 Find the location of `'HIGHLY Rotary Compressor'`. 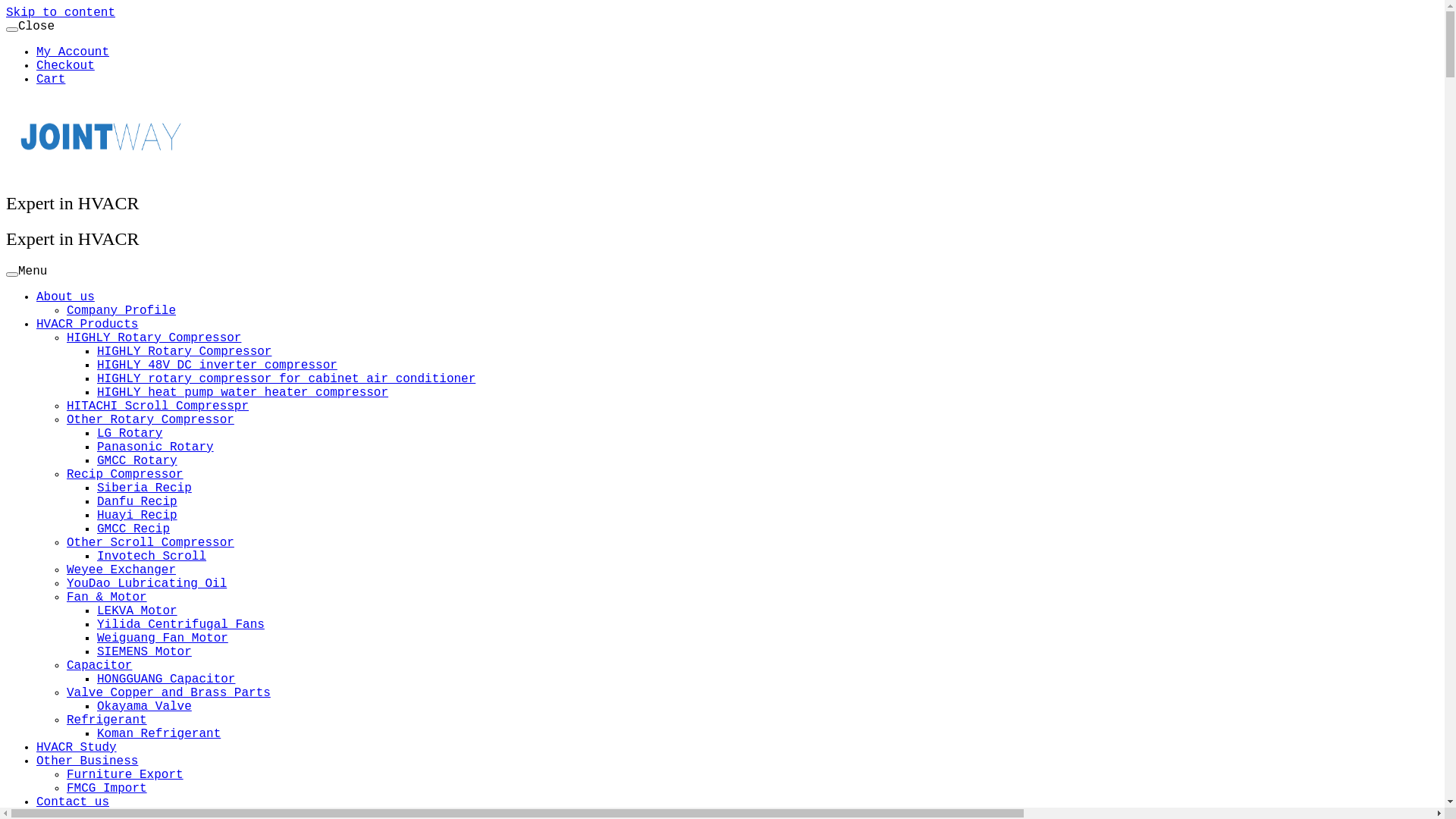

'HIGHLY Rotary Compressor' is located at coordinates (96, 351).